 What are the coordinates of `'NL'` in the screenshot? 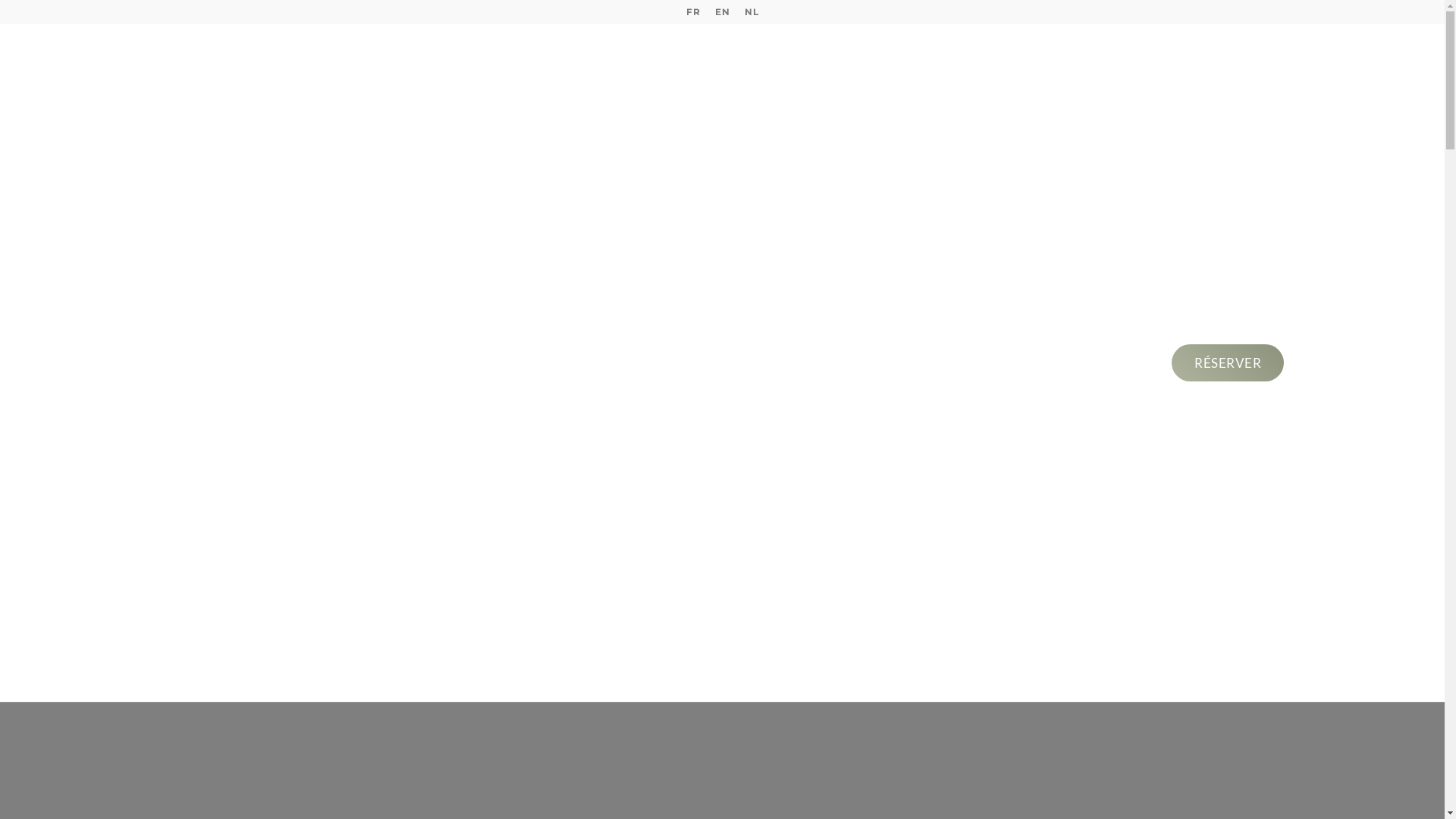 It's located at (736, 11).